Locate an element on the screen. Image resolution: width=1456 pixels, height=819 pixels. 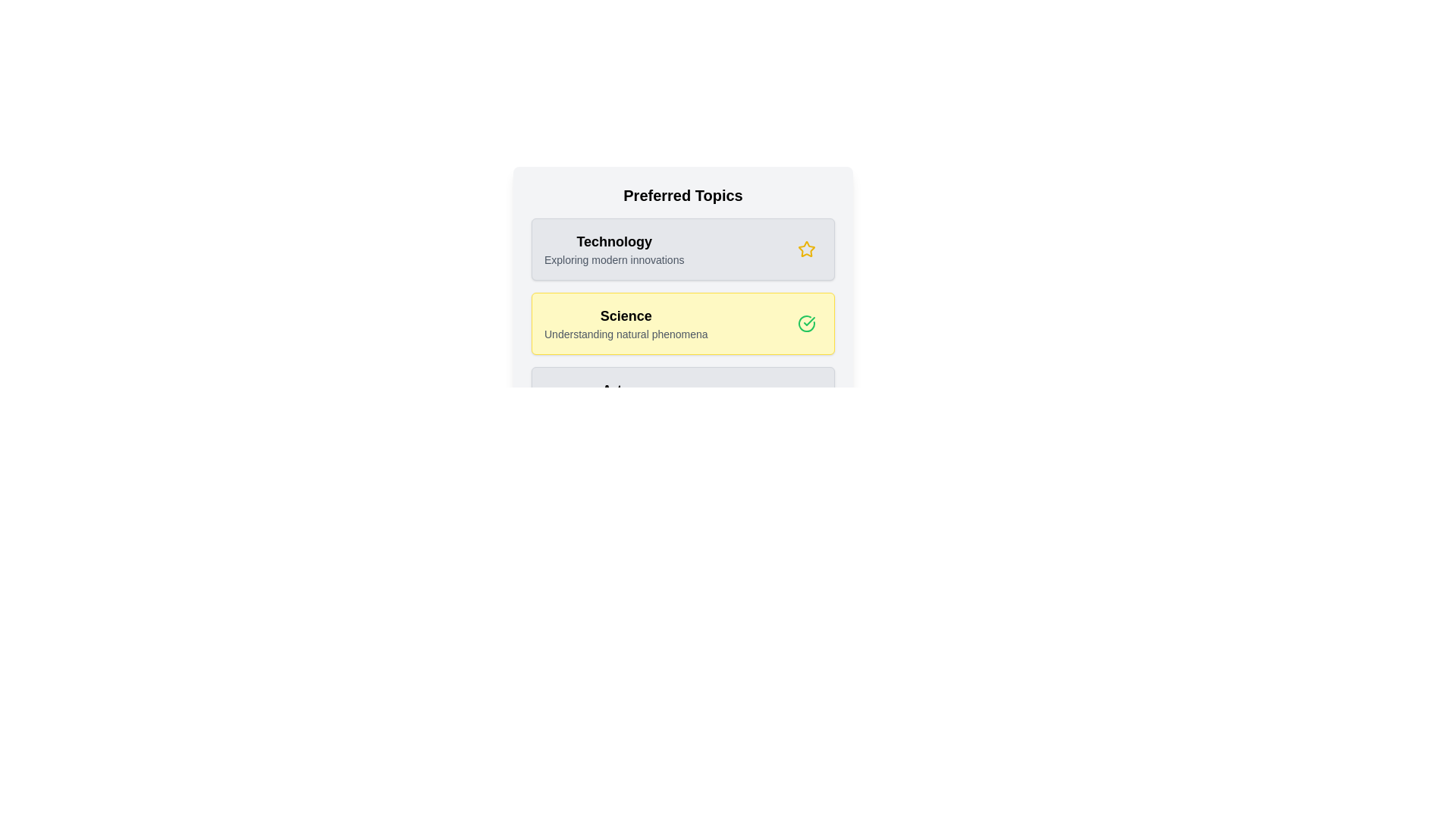
the topic name to highlight or focus on it. Use the parameter Science to specify the topic to interact with is located at coordinates (626, 315).